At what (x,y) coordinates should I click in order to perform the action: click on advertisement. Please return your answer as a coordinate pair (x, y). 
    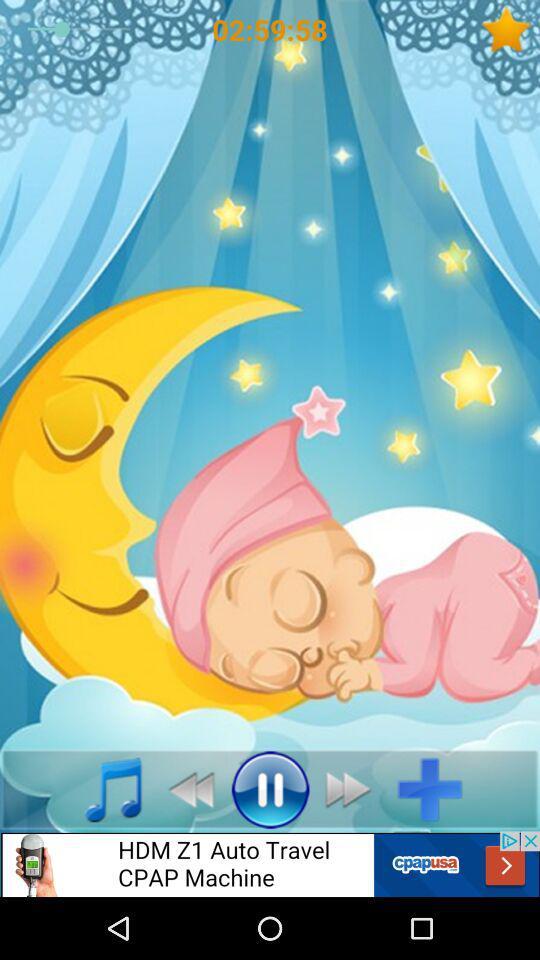
    Looking at the image, I should click on (270, 863).